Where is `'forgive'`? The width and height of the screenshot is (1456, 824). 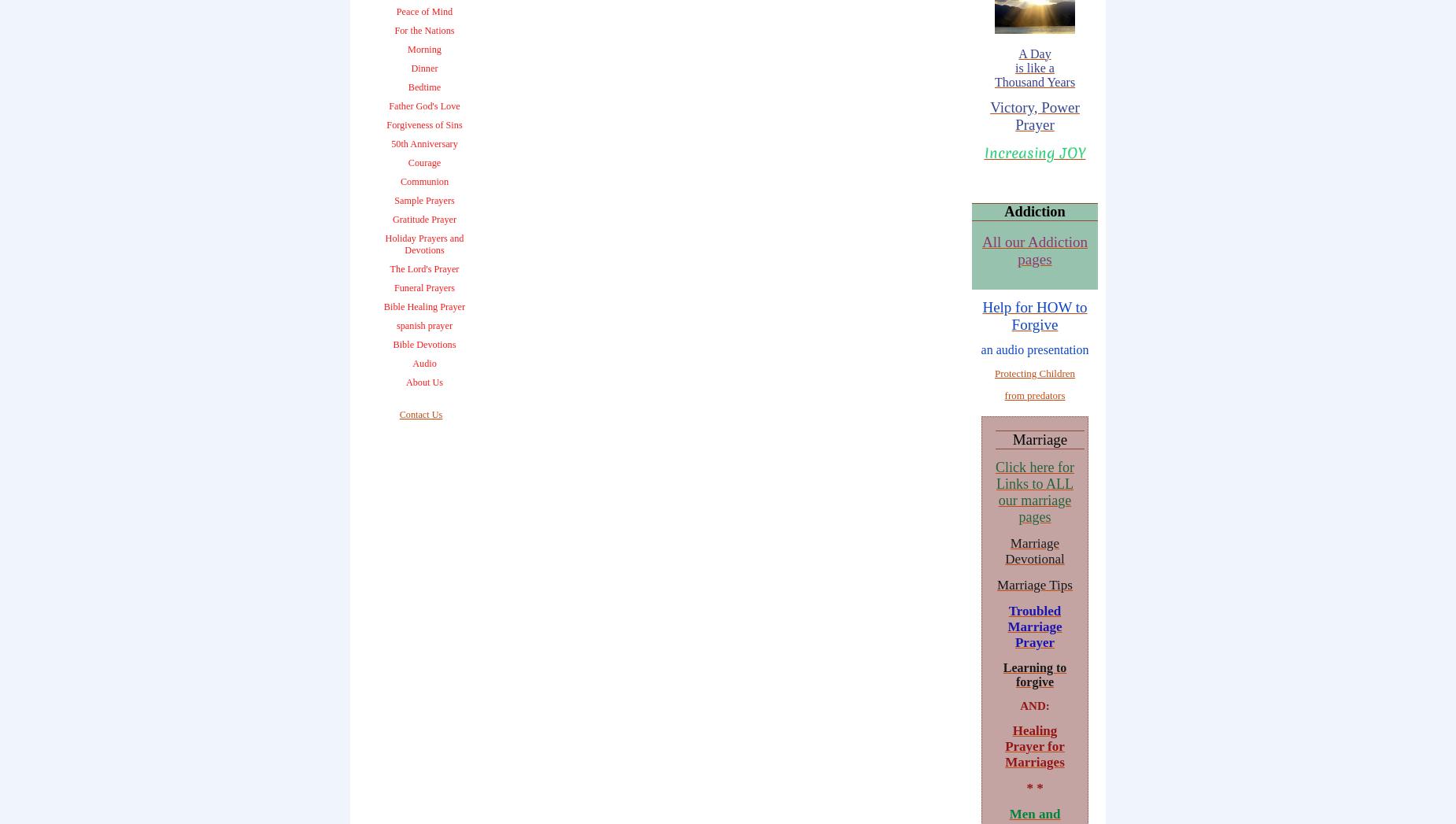 'forgive' is located at coordinates (1033, 680).